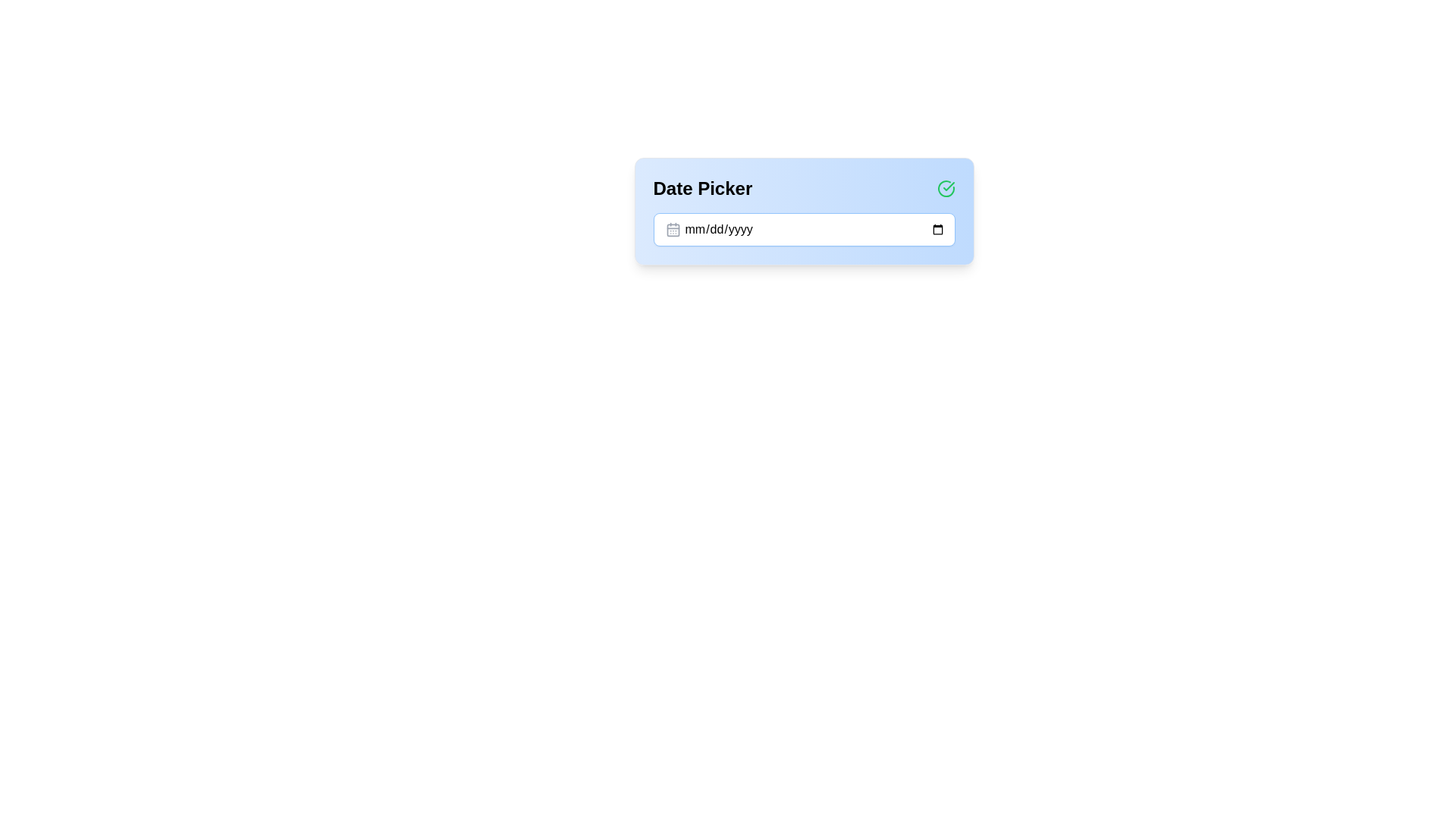 The height and width of the screenshot is (819, 1456). I want to click on the input box of the Date Picker Widget, so click(803, 211).